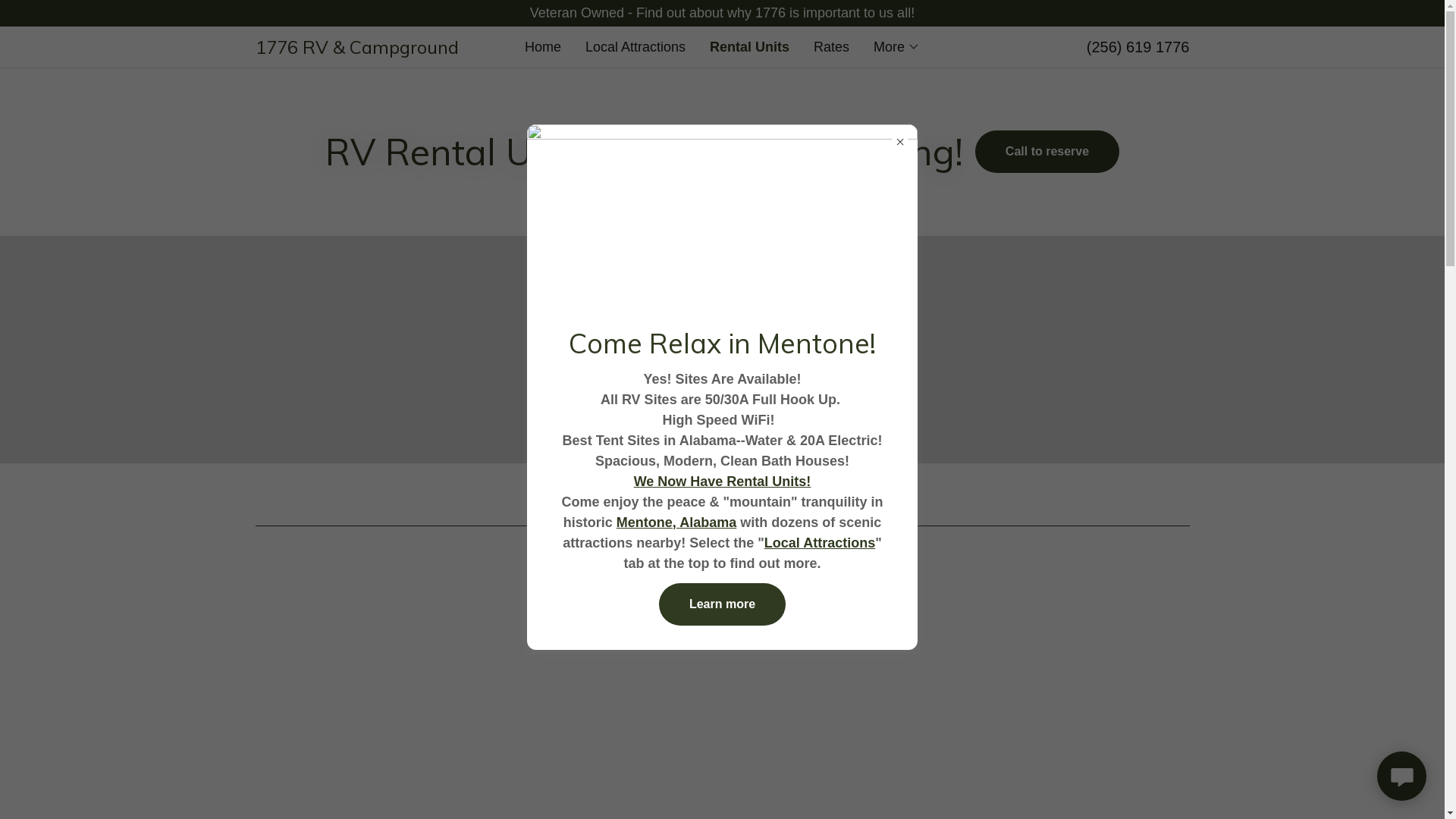 This screenshot has width=1456, height=819. What do you see at coordinates (1138, 45) in the screenshot?
I see `'(256) 619 1776'` at bounding box center [1138, 45].